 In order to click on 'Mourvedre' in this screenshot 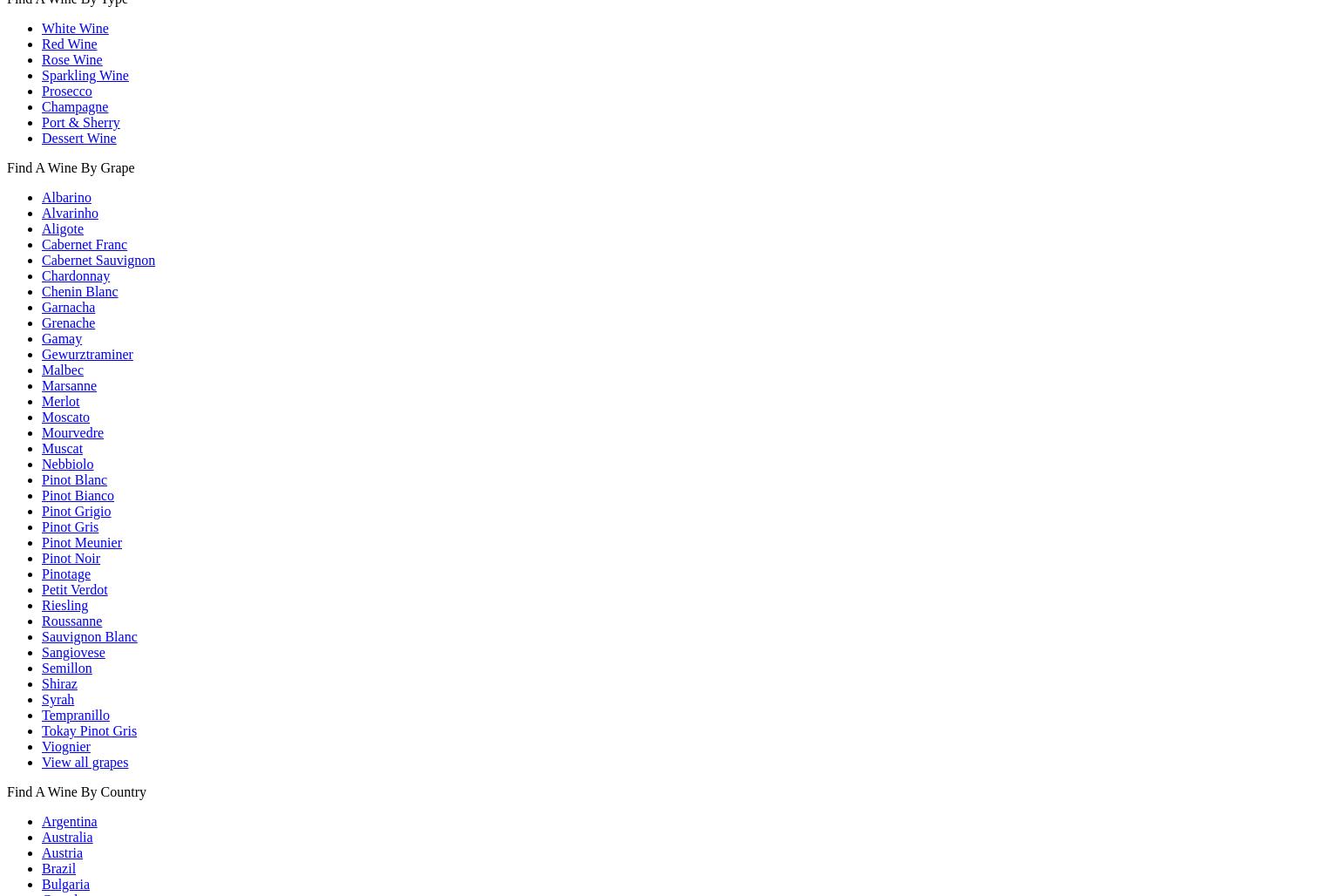, I will do `click(72, 431)`.